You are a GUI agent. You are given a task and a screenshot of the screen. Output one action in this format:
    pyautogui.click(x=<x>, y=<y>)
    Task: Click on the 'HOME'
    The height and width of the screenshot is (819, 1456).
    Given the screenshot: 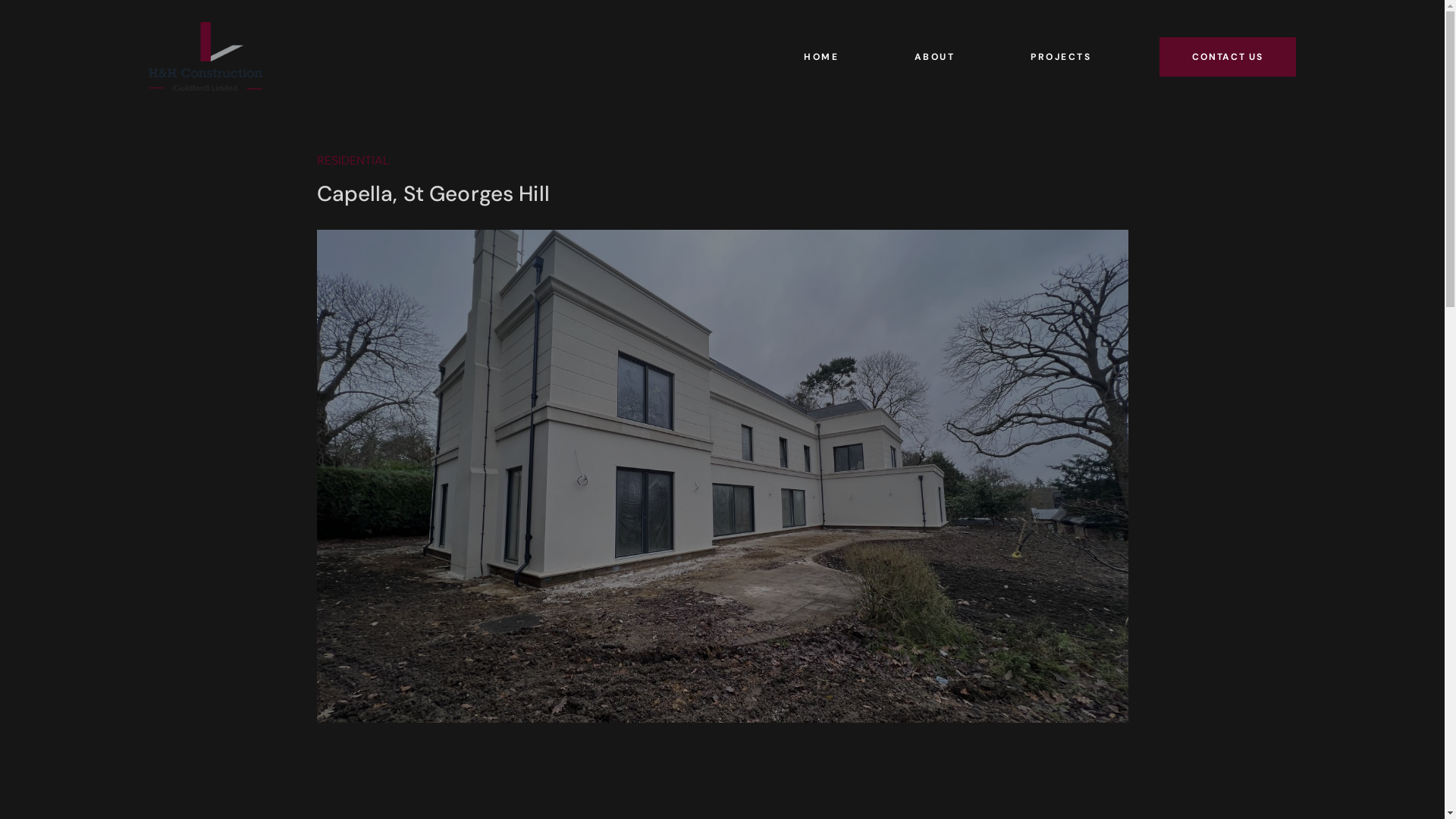 What is the action you would take?
    pyautogui.click(x=803, y=55)
    